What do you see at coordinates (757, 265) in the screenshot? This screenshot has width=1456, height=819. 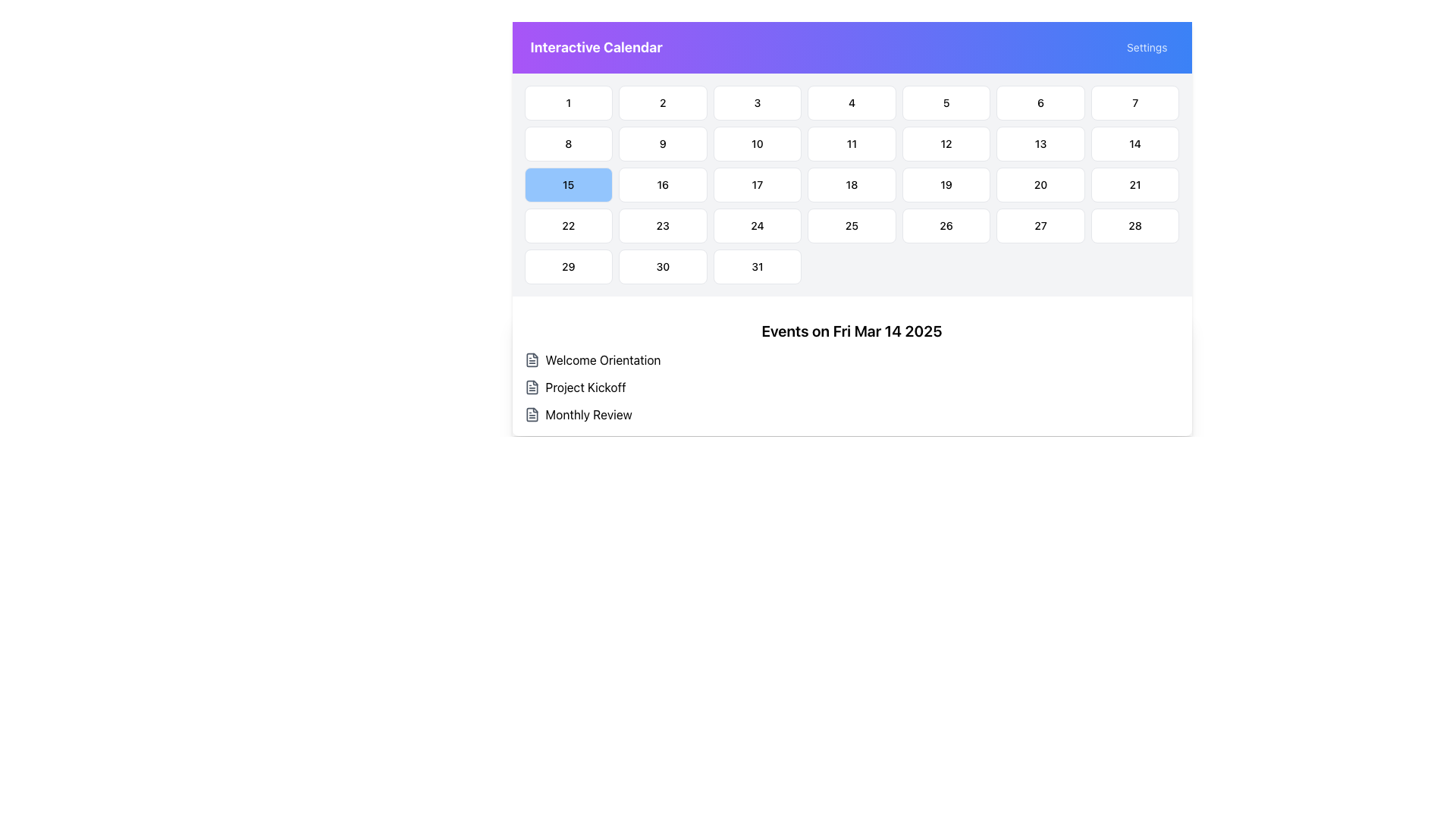 I see `the text element displaying the number '31' located in the last row and last column of the calendar grid` at bounding box center [757, 265].